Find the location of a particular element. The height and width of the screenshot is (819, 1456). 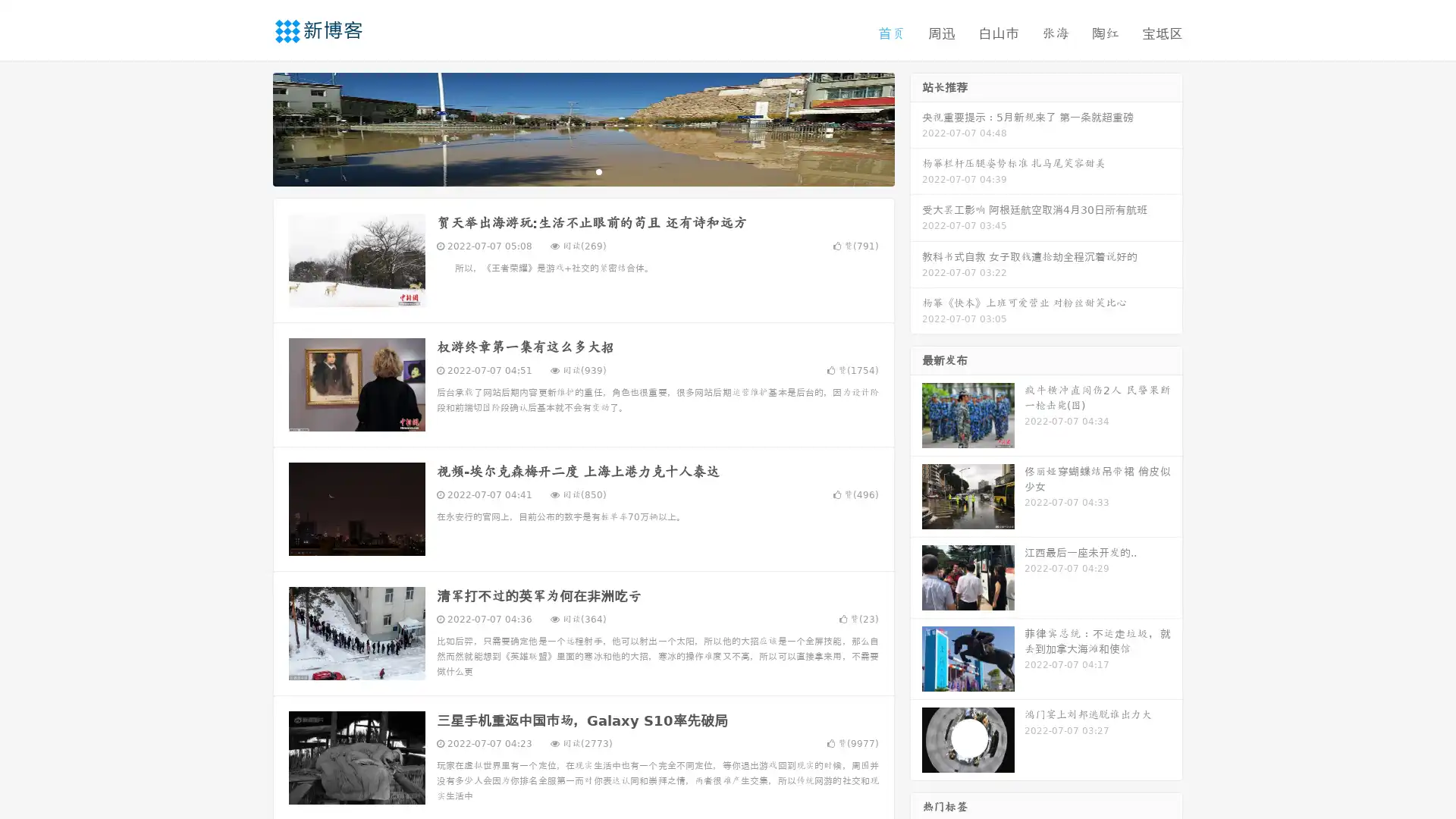

Go to slide 3 is located at coordinates (598, 171).